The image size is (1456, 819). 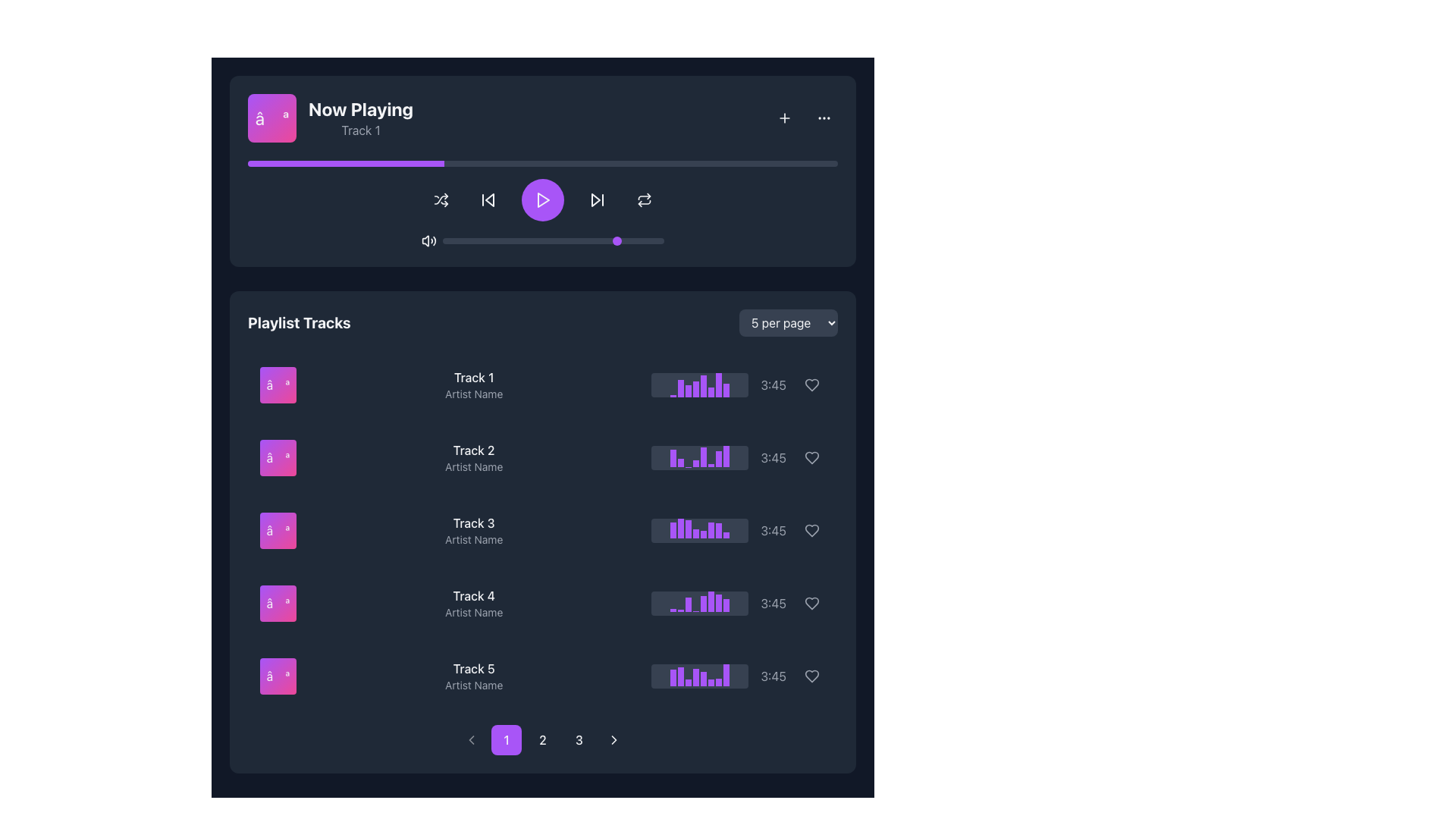 What do you see at coordinates (811, 457) in the screenshot?
I see `the 'Like' or 'Favorite' button, which is an icon-based element located at the far right of the row of the second track in the playlist` at bounding box center [811, 457].